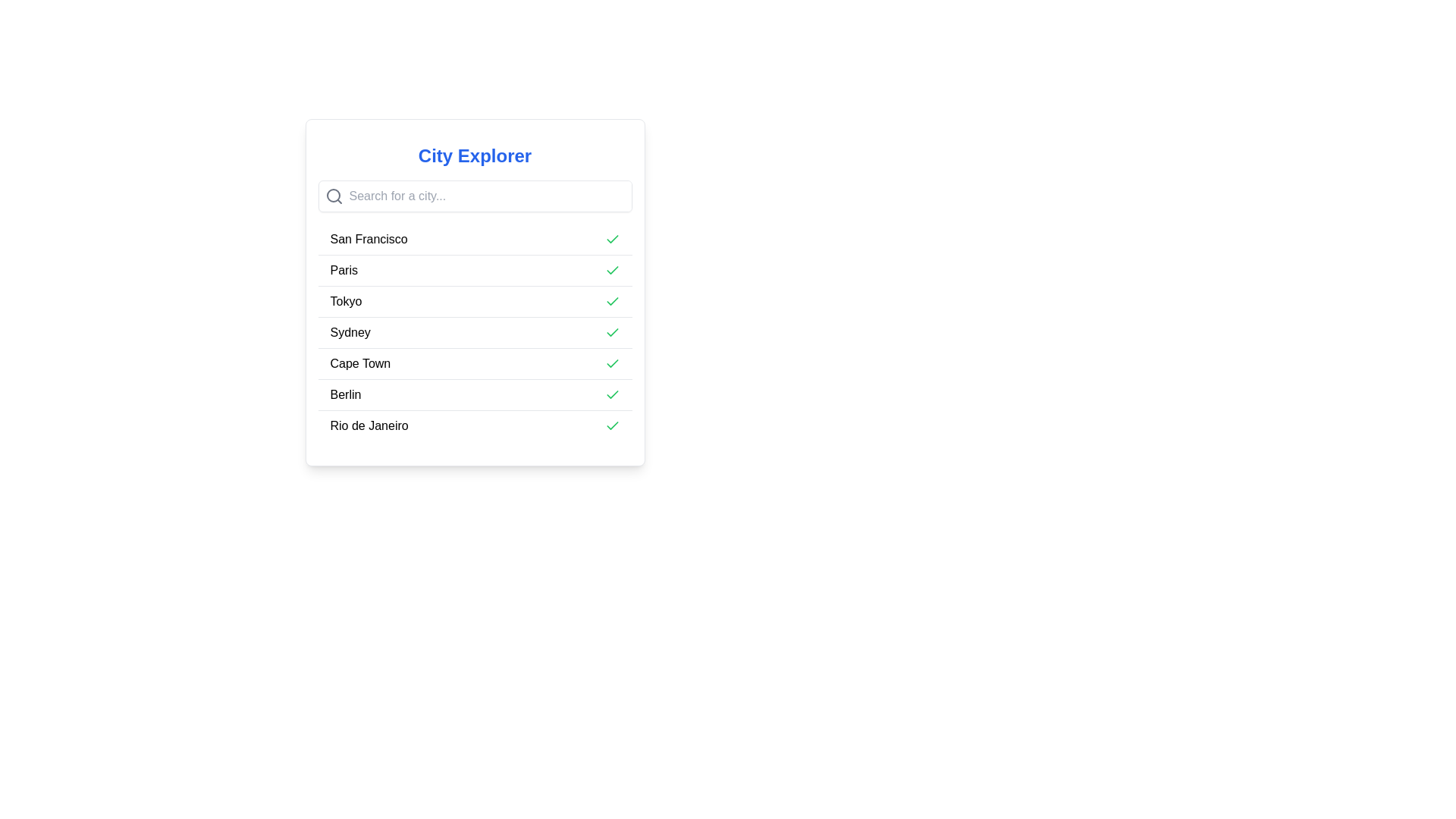 Image resolution: width=1456 pixels, height=819 pixels. I want to click on the green checkmark icon in the 'Sydney' row, so click(612, 332).